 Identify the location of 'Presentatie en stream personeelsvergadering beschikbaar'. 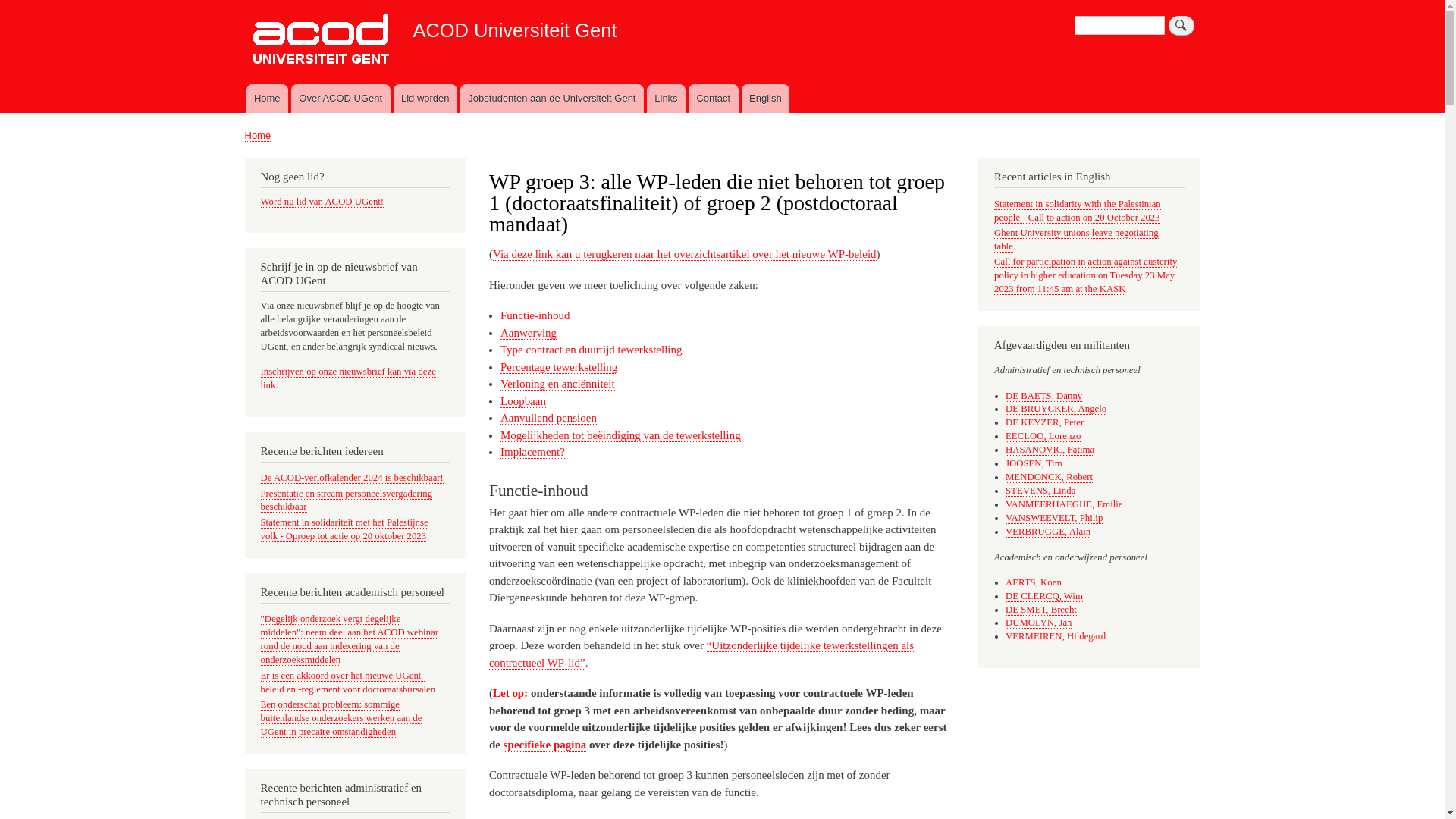
(346, 500).